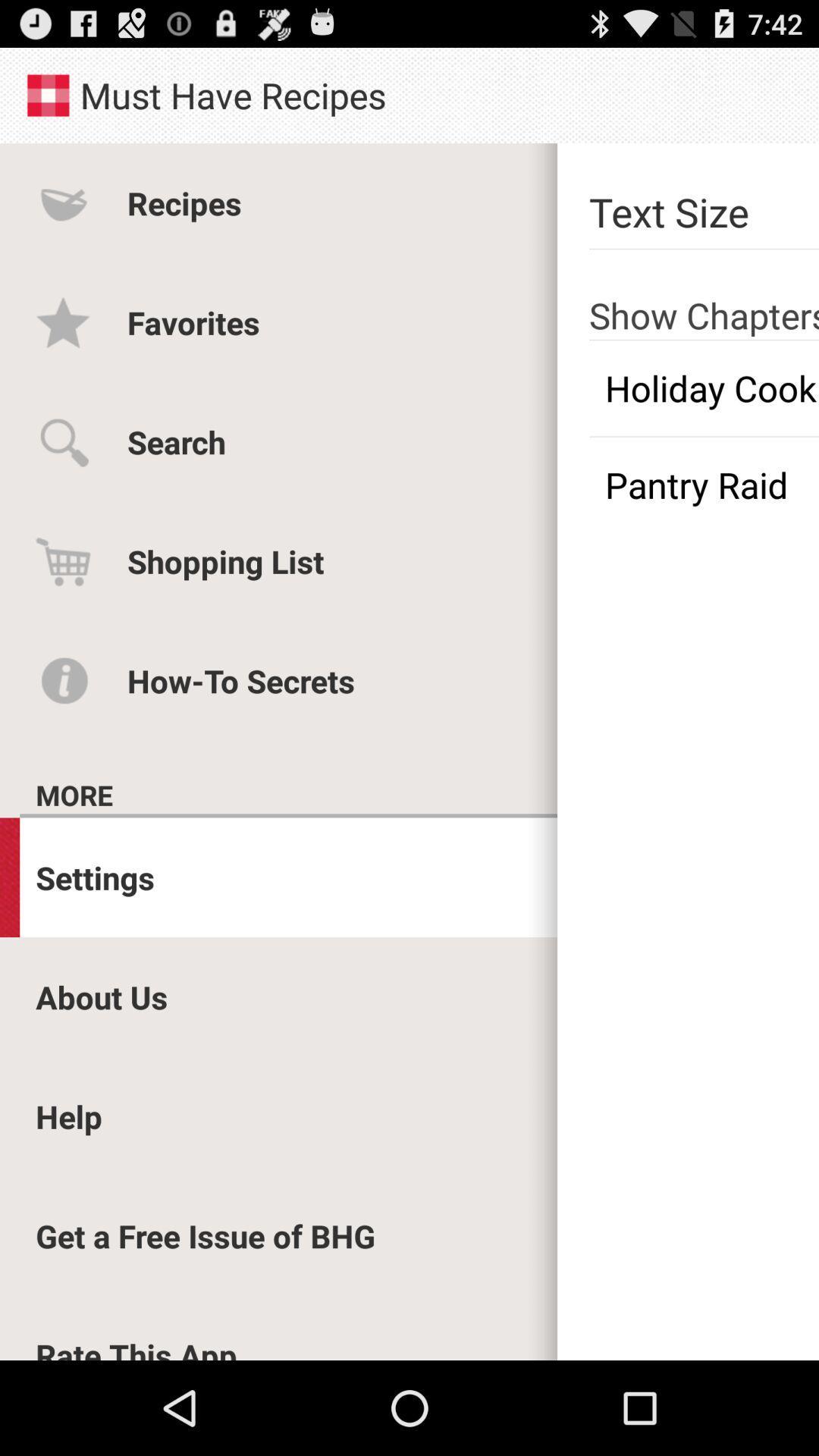 Image resolution: width=819 pixels, height=1456 pixels. Describe the element at coordinates (704, 388) in the screenshot. I see `the icon to the right of the favorites` at that location.